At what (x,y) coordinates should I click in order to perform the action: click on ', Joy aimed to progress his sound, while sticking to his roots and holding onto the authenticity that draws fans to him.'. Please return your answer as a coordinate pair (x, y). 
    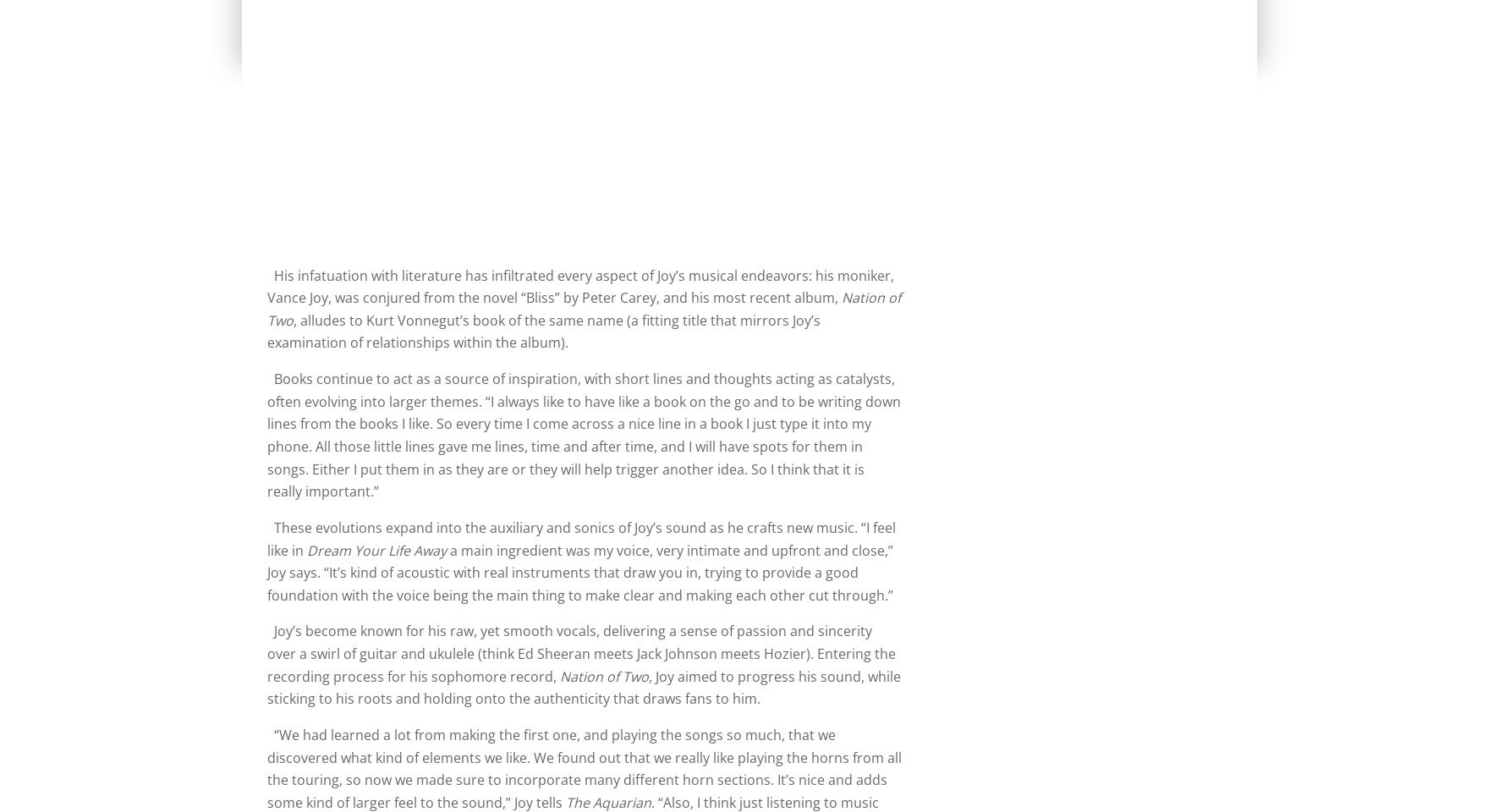
    Looking at the image, I should click on (583, 687).